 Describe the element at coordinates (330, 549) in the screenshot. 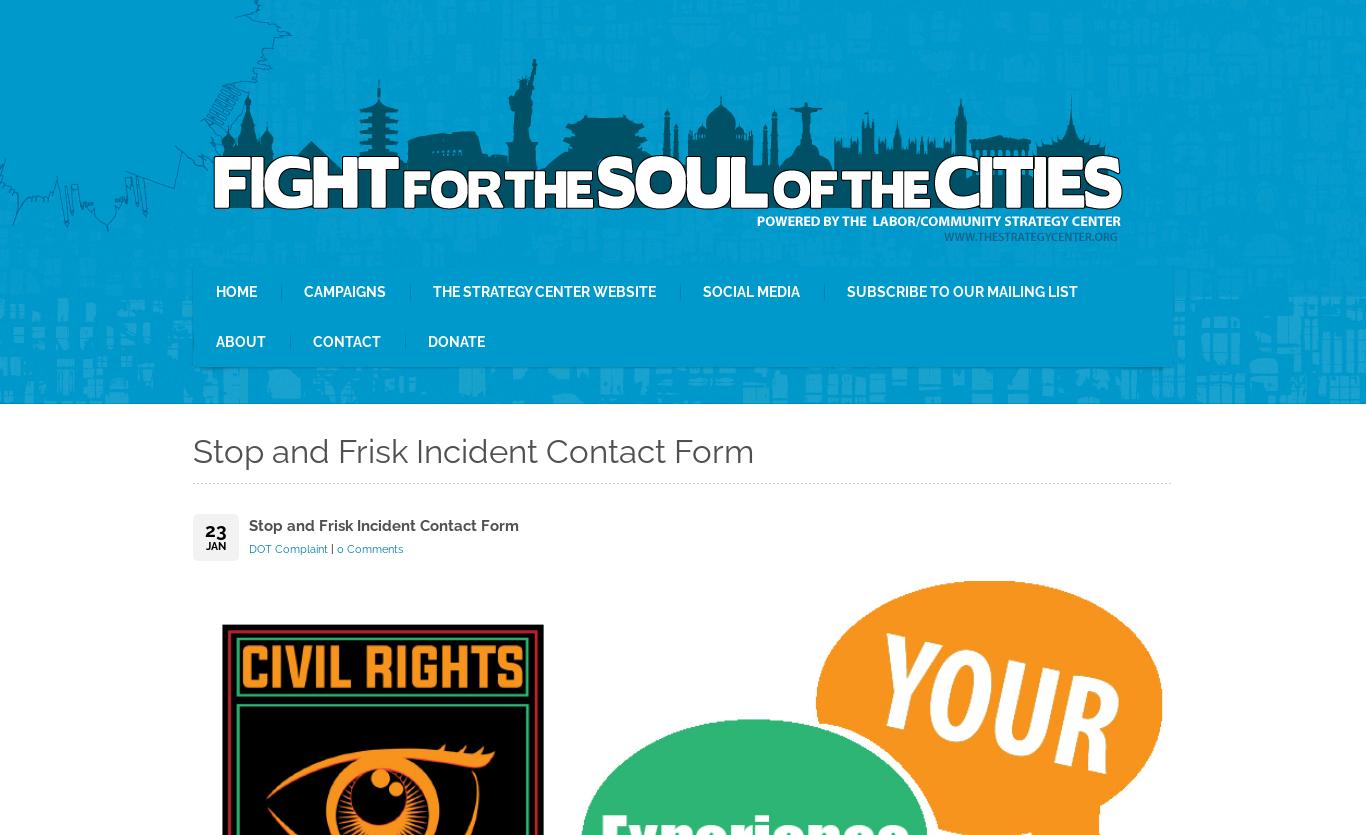

I see `'|'` at that location.